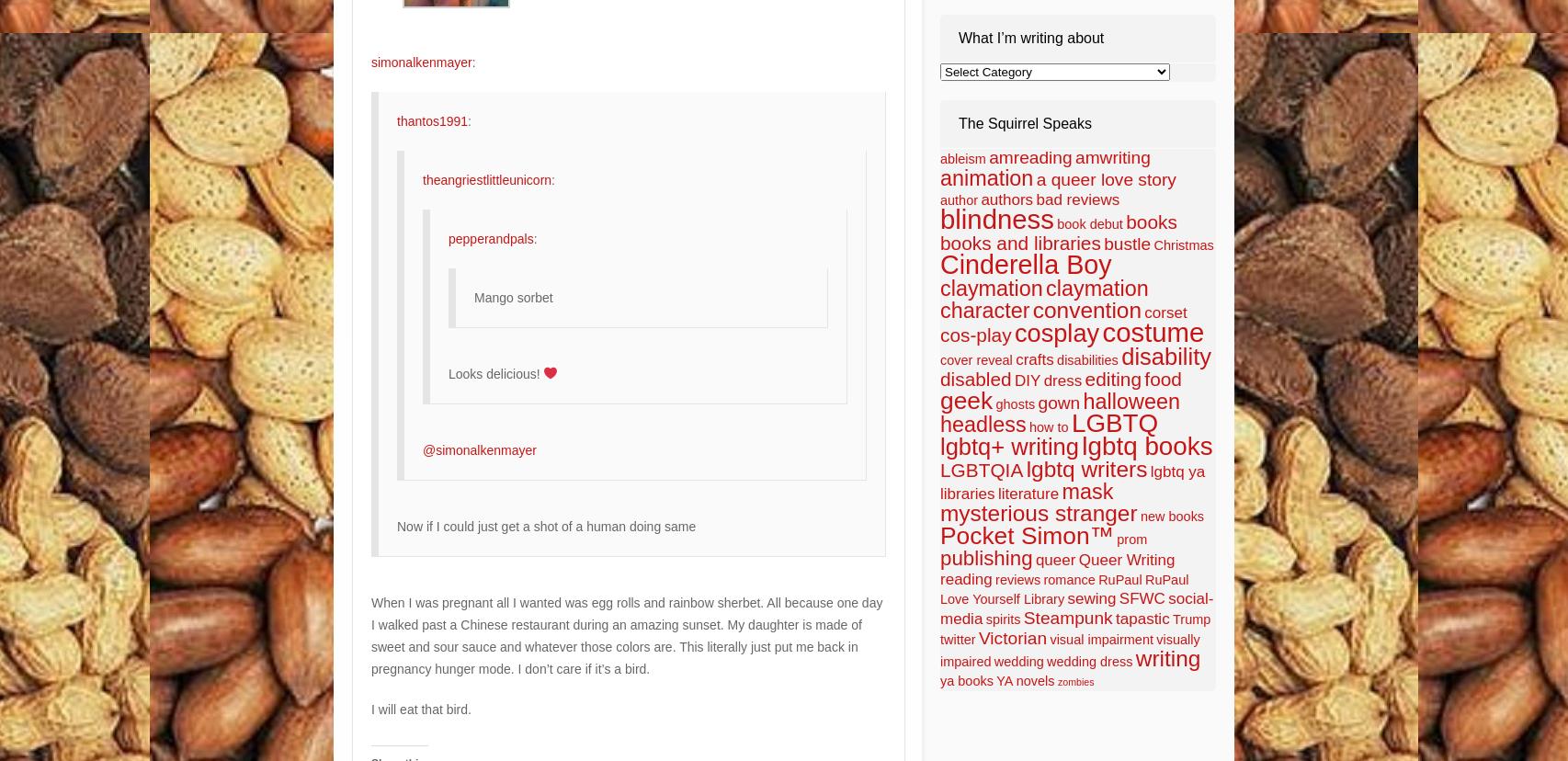 Image resolution: width=1568 pixels, height=761 pixels. What do you see at coordinates (1086, 490) in the screenshot?
I see `'mask'` at bounding box center [1086, 490].